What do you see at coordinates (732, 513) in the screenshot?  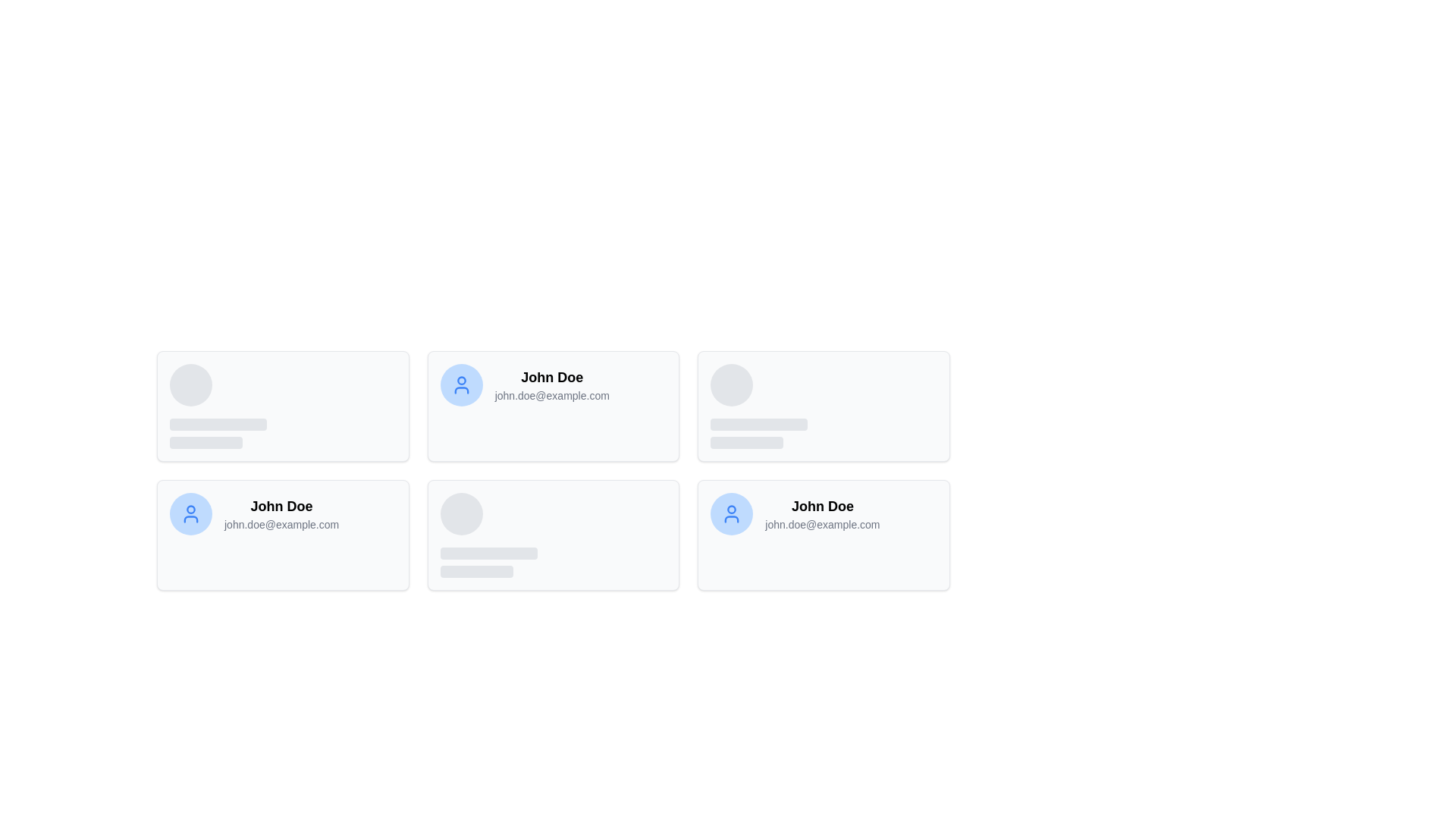 I see `the user profile icon, which is represented as a circular outline with a blue tone on a light blue circular background, located at the top left corner of a tile card in the grid layout` at bounding box center [732, 513].